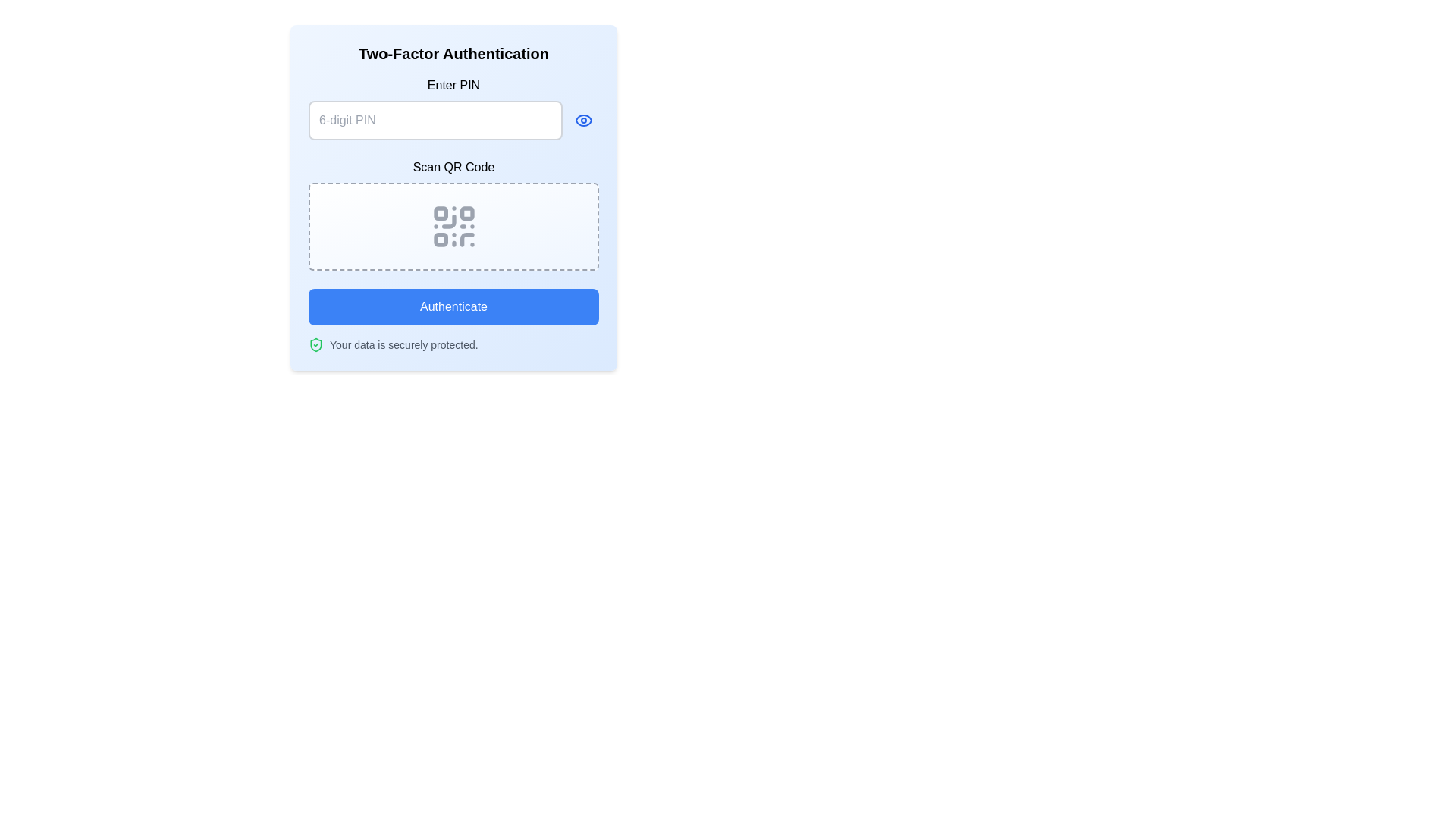 This screenshot has height=819, width=1456. I want to click on the 'Enter PIN' password input field with visibility toggle, so click(453, 107).